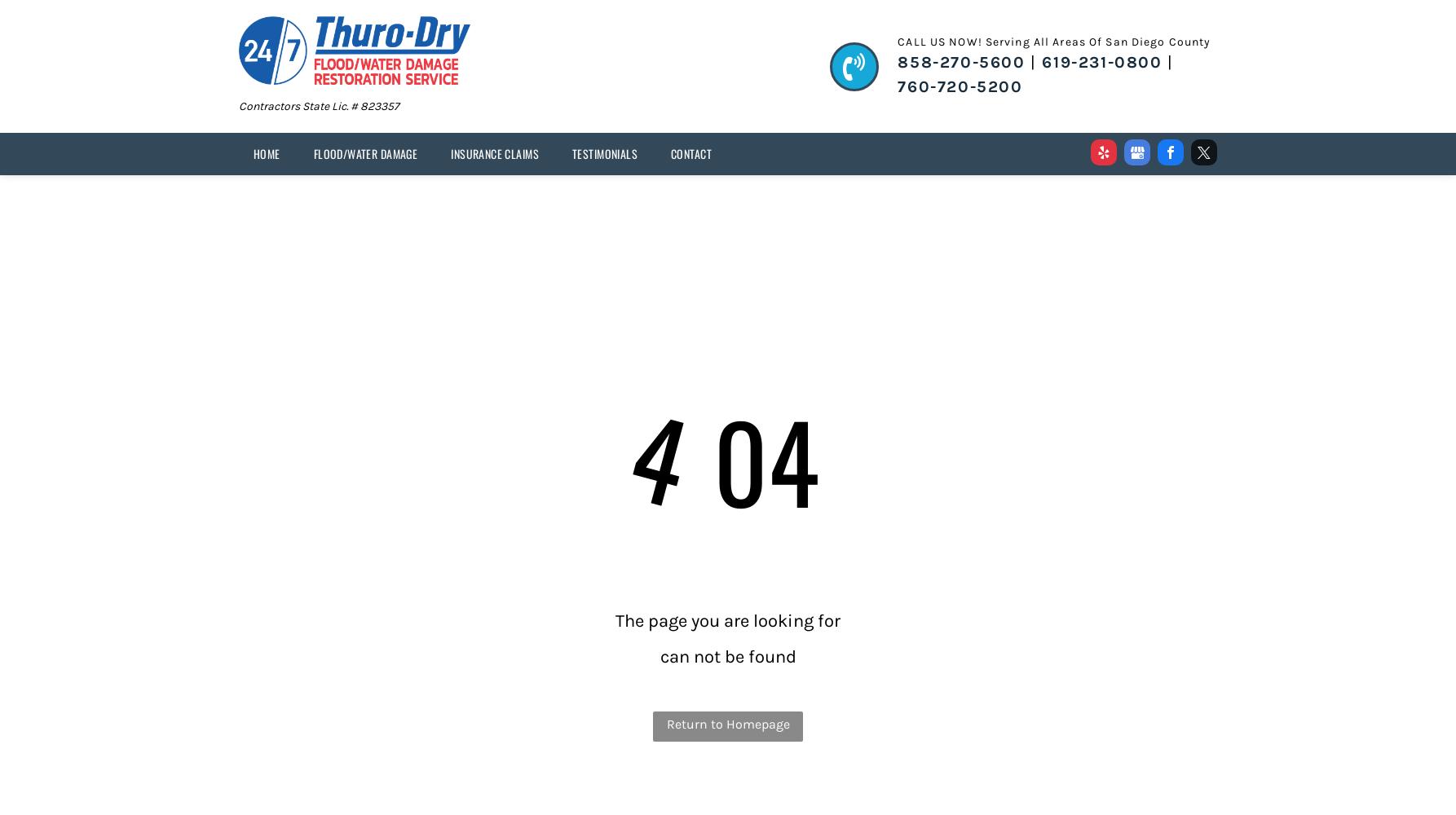  What do you see at coordinates (1101, 61) in the screenshot?
I see `'619-231-0800'` at bounding box center [1101, 61].